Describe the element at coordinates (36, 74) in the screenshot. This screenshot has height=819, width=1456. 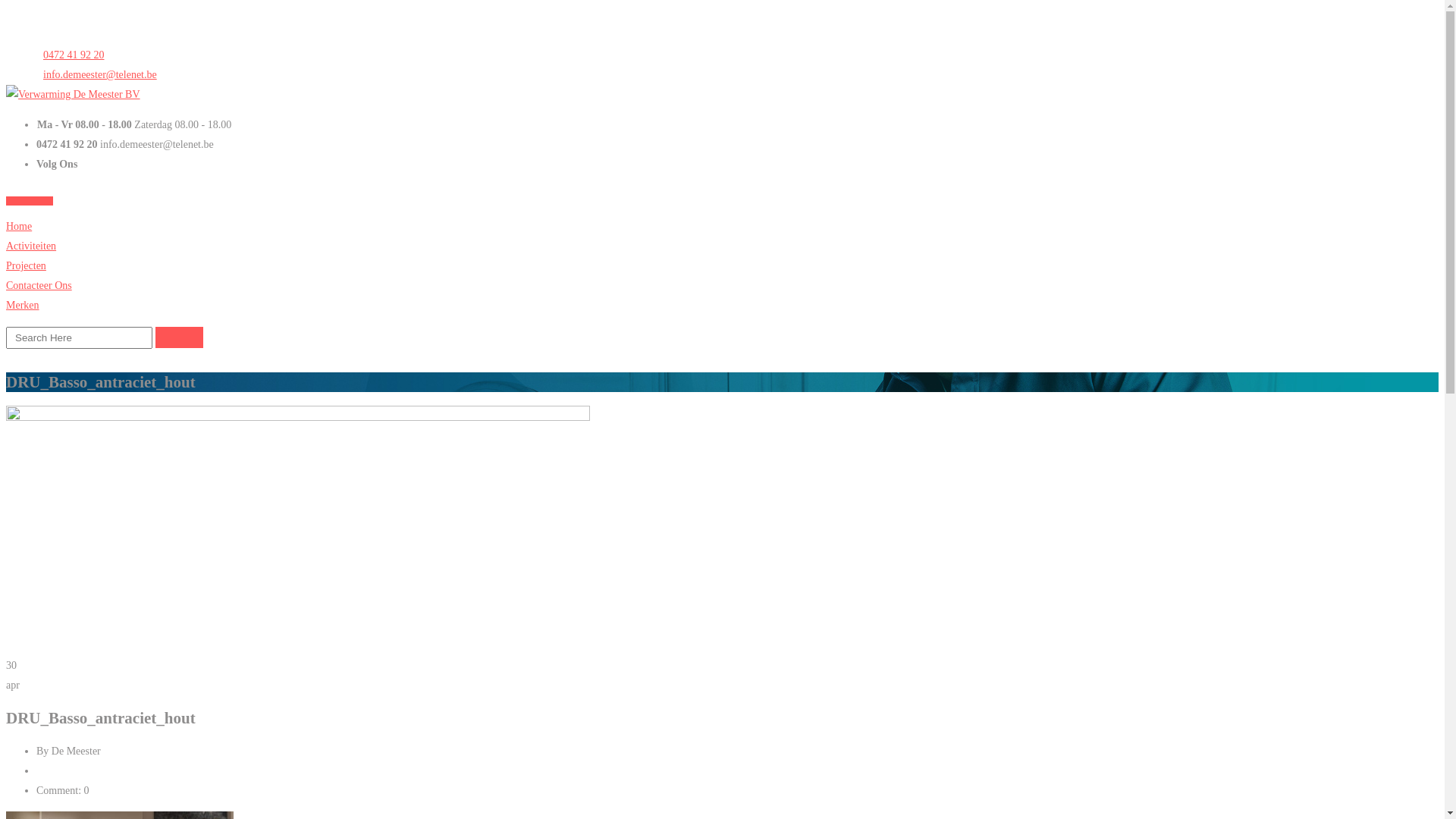
I see `'info.demeester@telenet.be'` at that location.